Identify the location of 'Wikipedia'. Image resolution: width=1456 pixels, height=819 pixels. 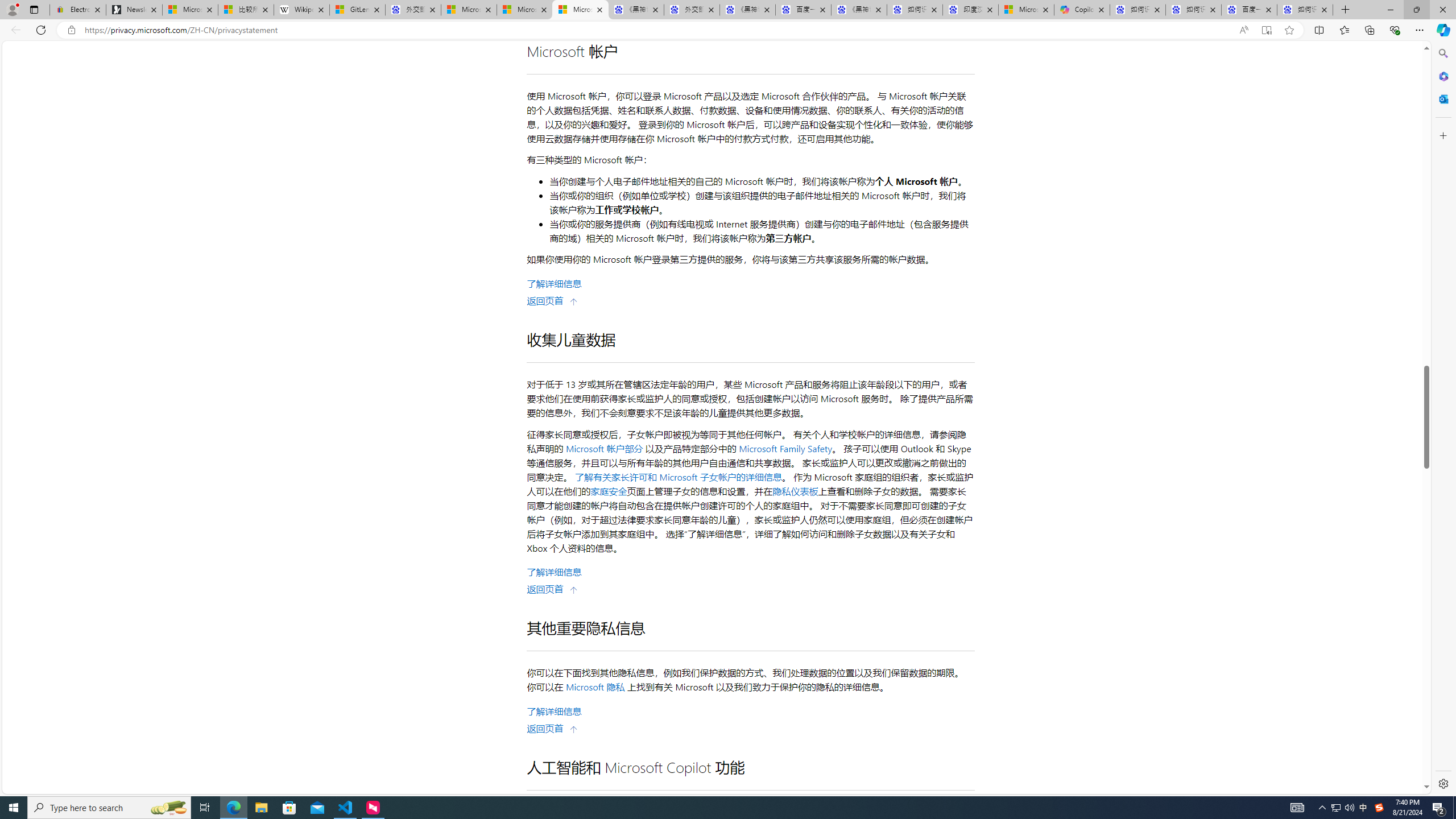
(301, 9).